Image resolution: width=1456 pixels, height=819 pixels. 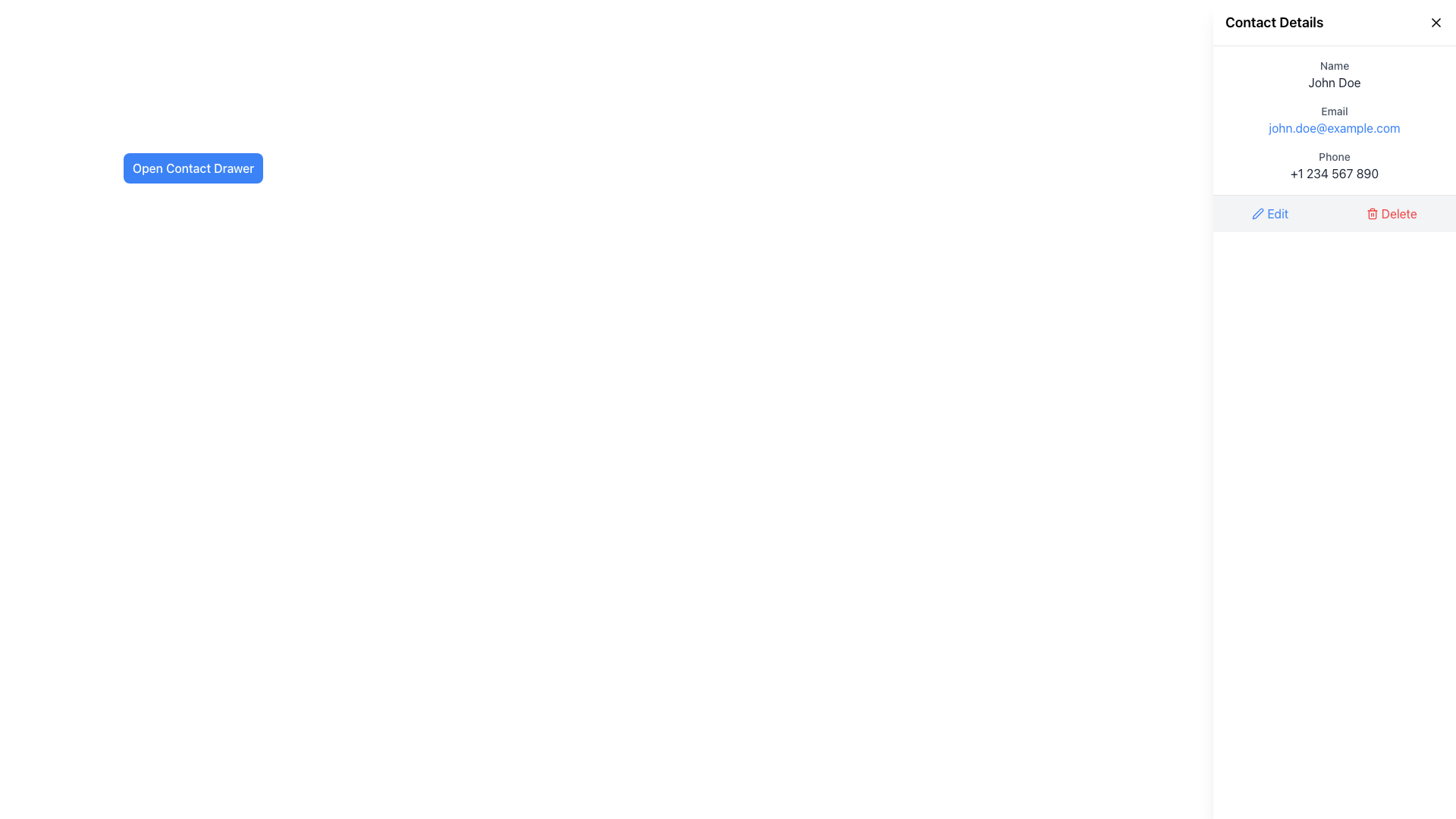 What do you see at coordinates (1335, 82) in the screenshot?
I see `the static text element displaying 'John Doe', which is located beneath the 'Name' label in the 'Contact Details' section` at bounding box center [1335, 82].